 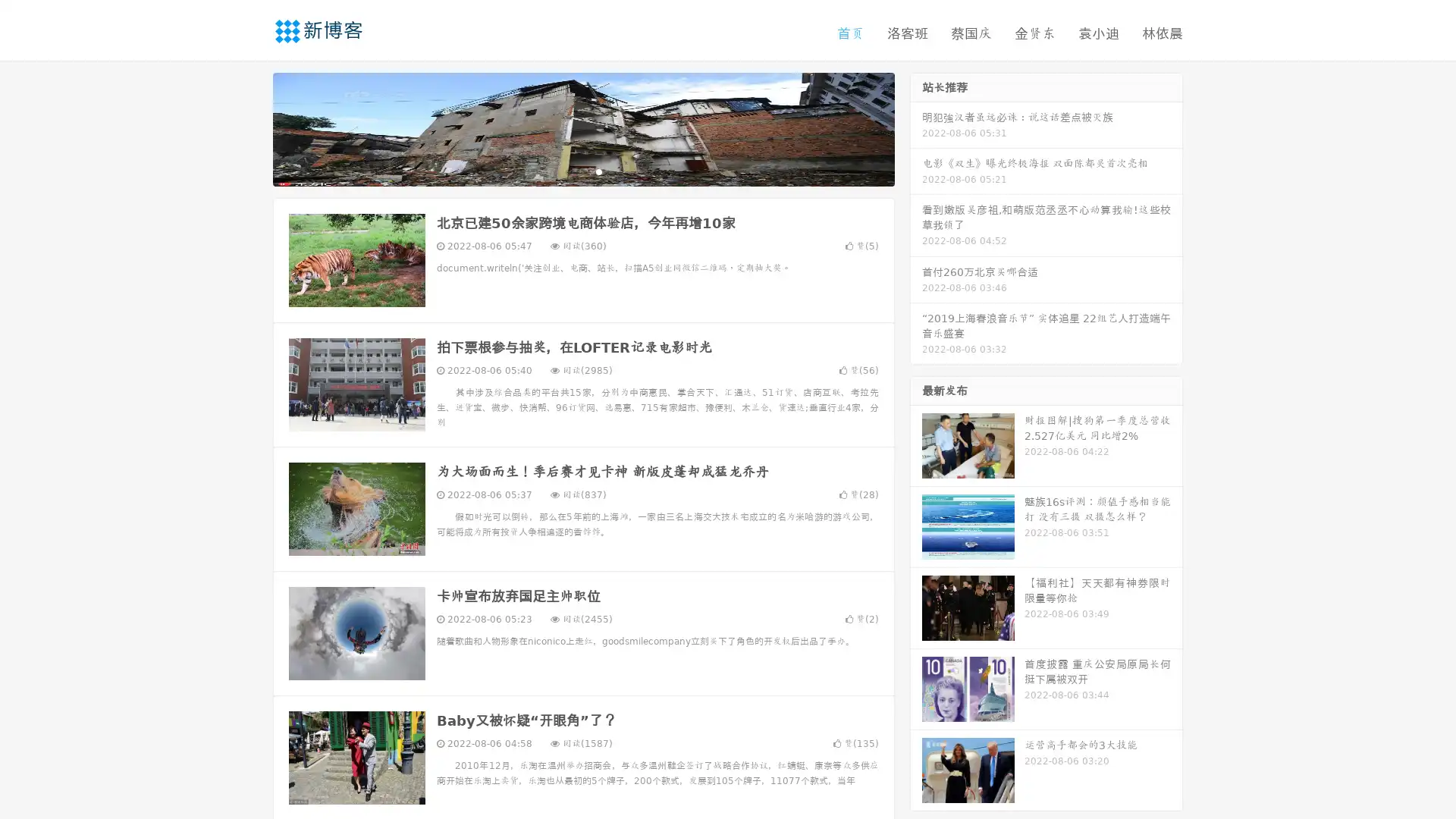 I want to click on Next slide, so click(x=916, y=127).